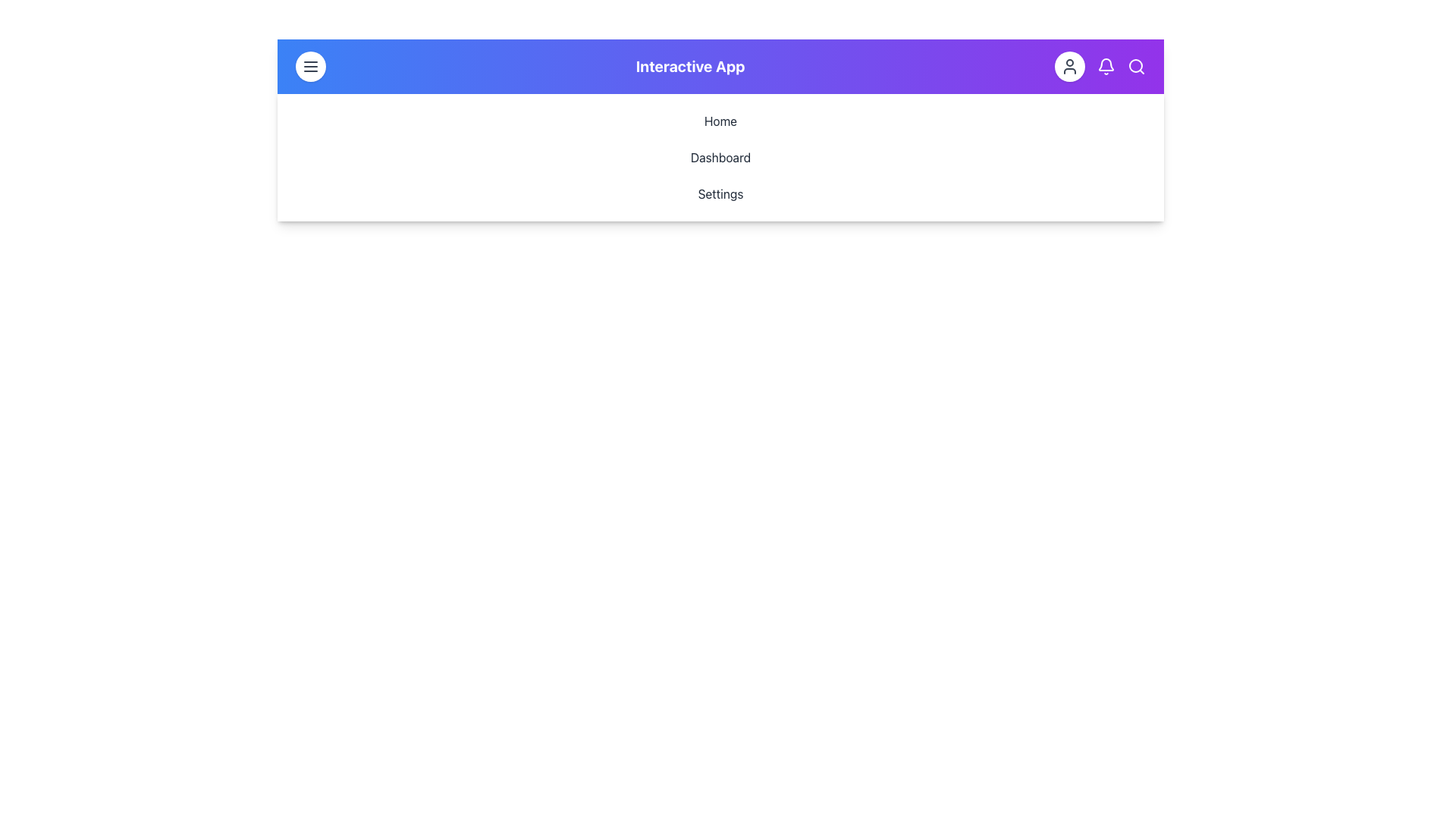 This screenshot has height=819, width=1456. Describe the element at coordinates (689, 66) in the screenshot. I see `the static text element displaying 'Interactive App' in the header section of the navigation bar` at that location.